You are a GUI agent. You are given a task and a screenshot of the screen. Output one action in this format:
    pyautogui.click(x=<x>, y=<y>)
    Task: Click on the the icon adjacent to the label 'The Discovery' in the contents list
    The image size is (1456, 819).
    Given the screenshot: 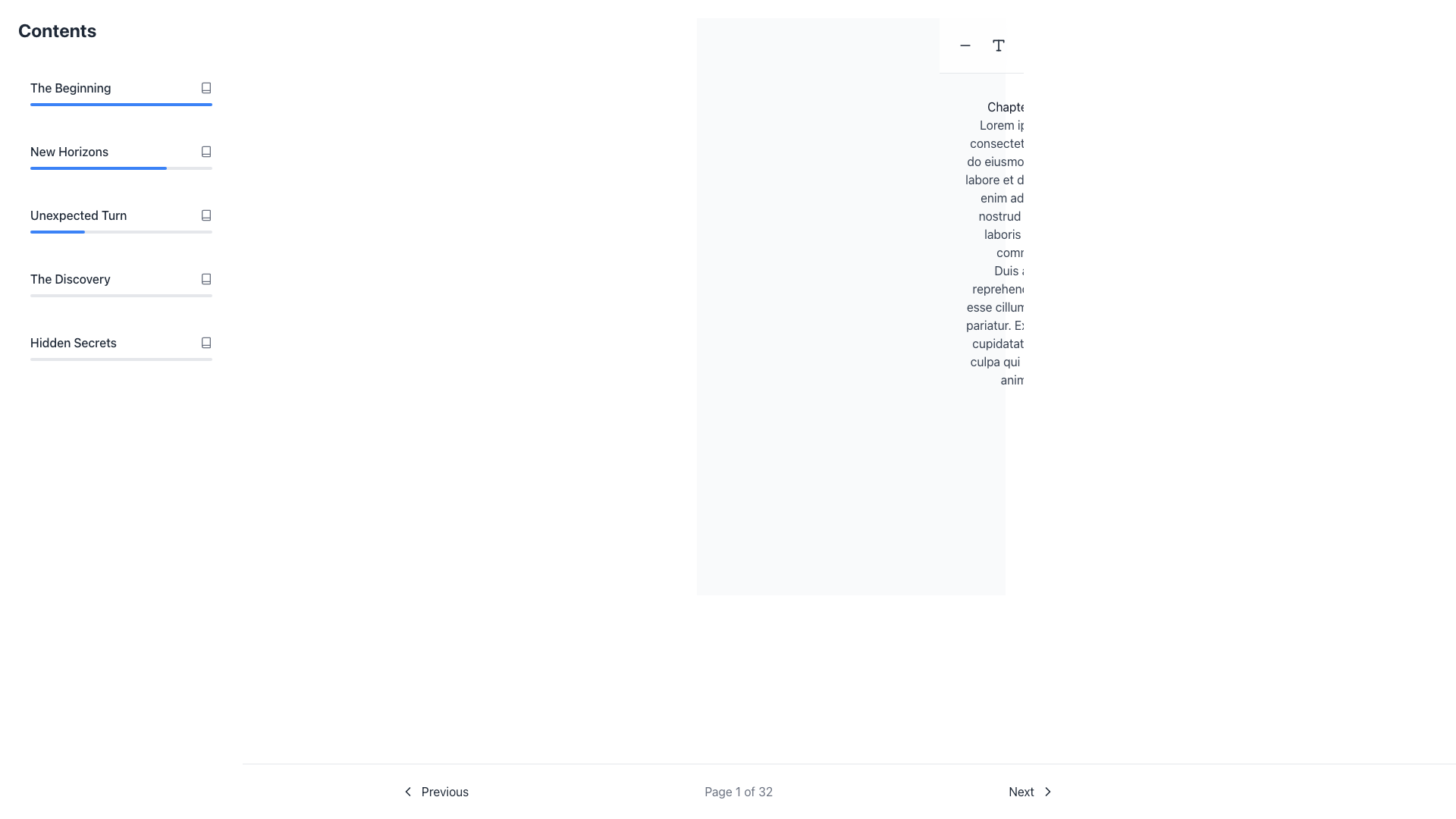 What is the action you would take?
    pyautogui.click(x=206, y=278)
    